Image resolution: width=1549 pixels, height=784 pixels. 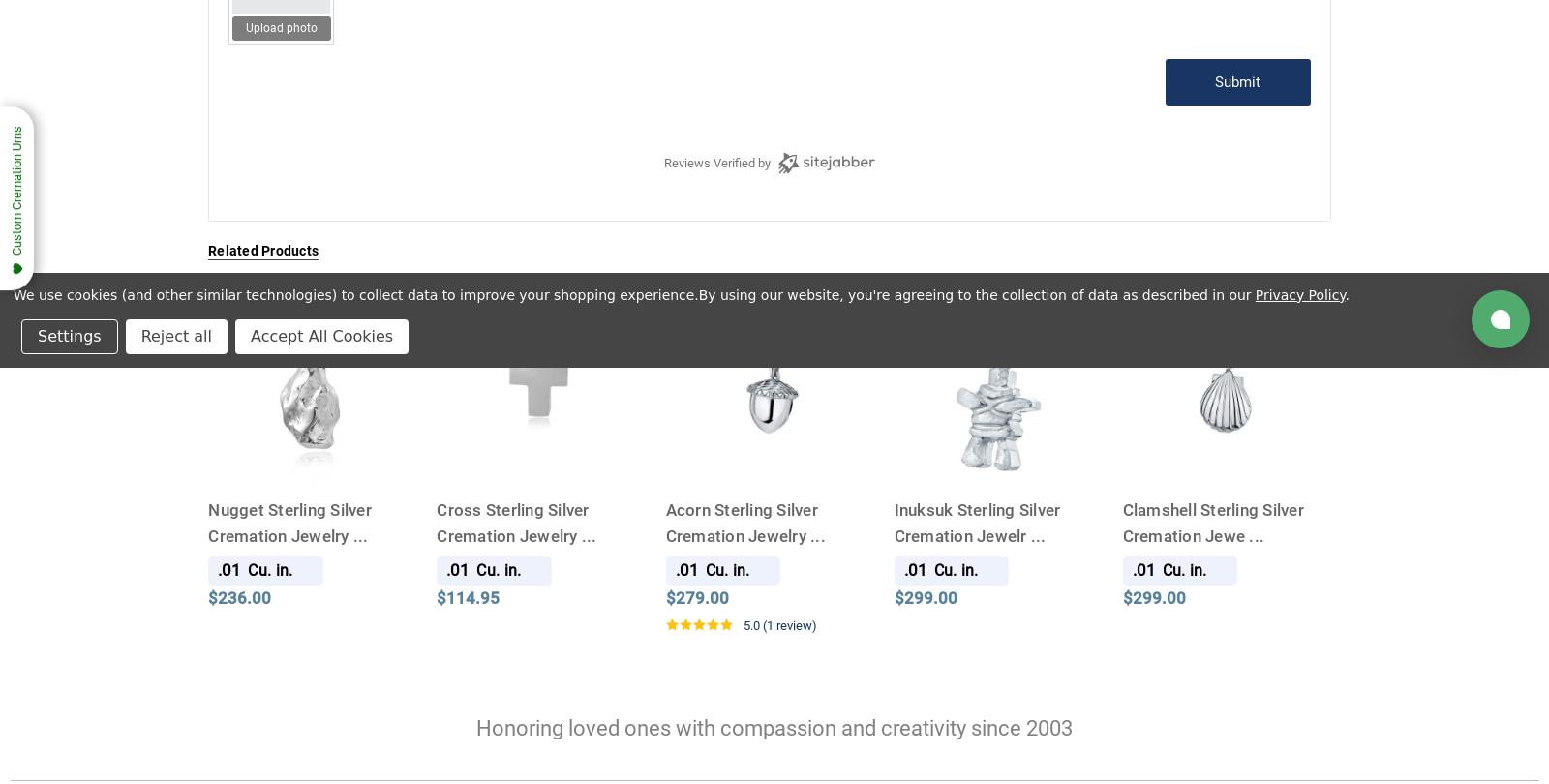 What do you see at coordinates (15, 190) in the screenshot?
I see `'Custom Cremation Urns'` at bounding box center [15, 190].